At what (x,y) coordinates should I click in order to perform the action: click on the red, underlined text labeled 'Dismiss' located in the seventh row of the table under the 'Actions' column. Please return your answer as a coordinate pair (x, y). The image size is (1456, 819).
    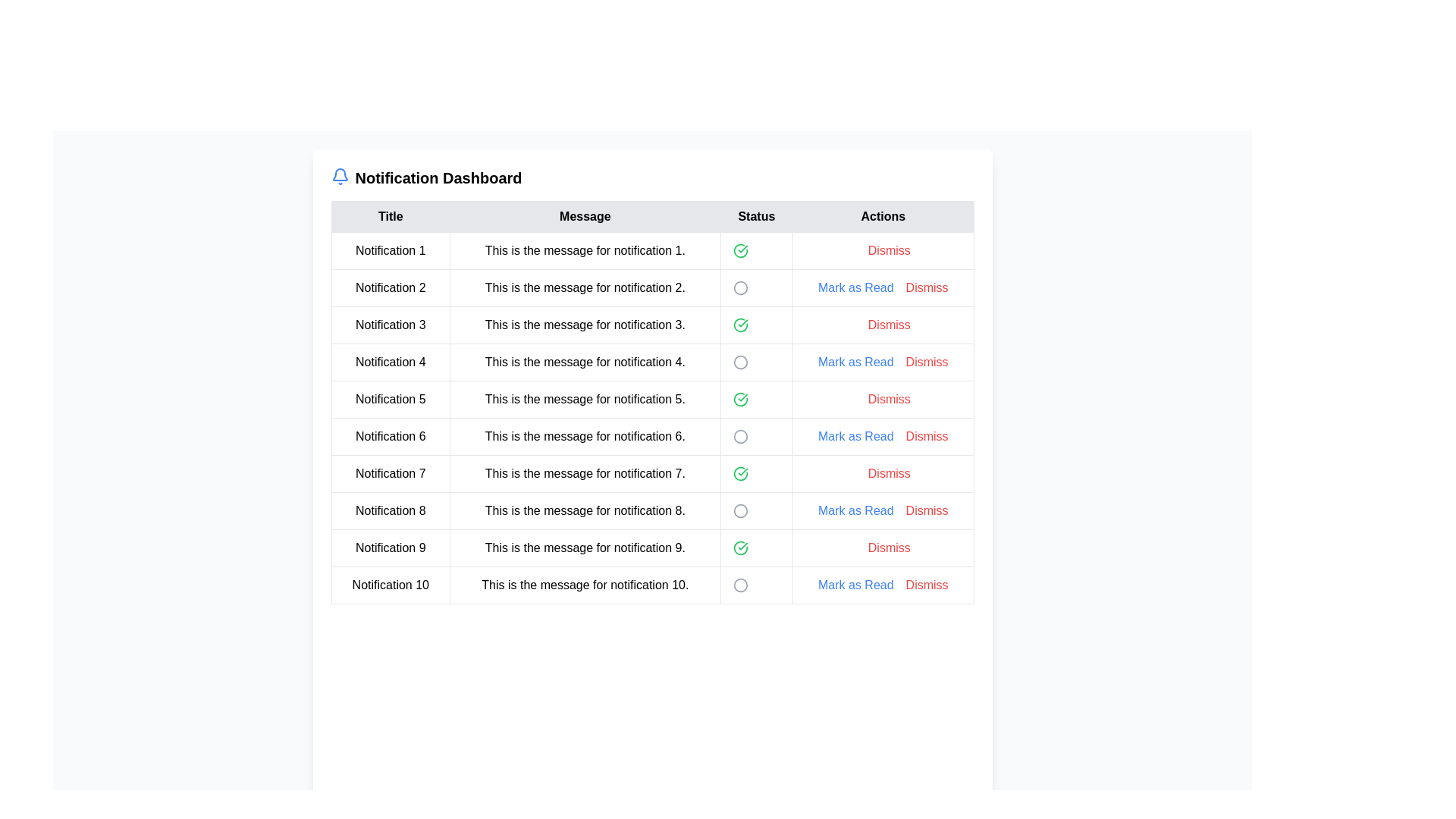
    Looking at the image, I should click on (889, 472).